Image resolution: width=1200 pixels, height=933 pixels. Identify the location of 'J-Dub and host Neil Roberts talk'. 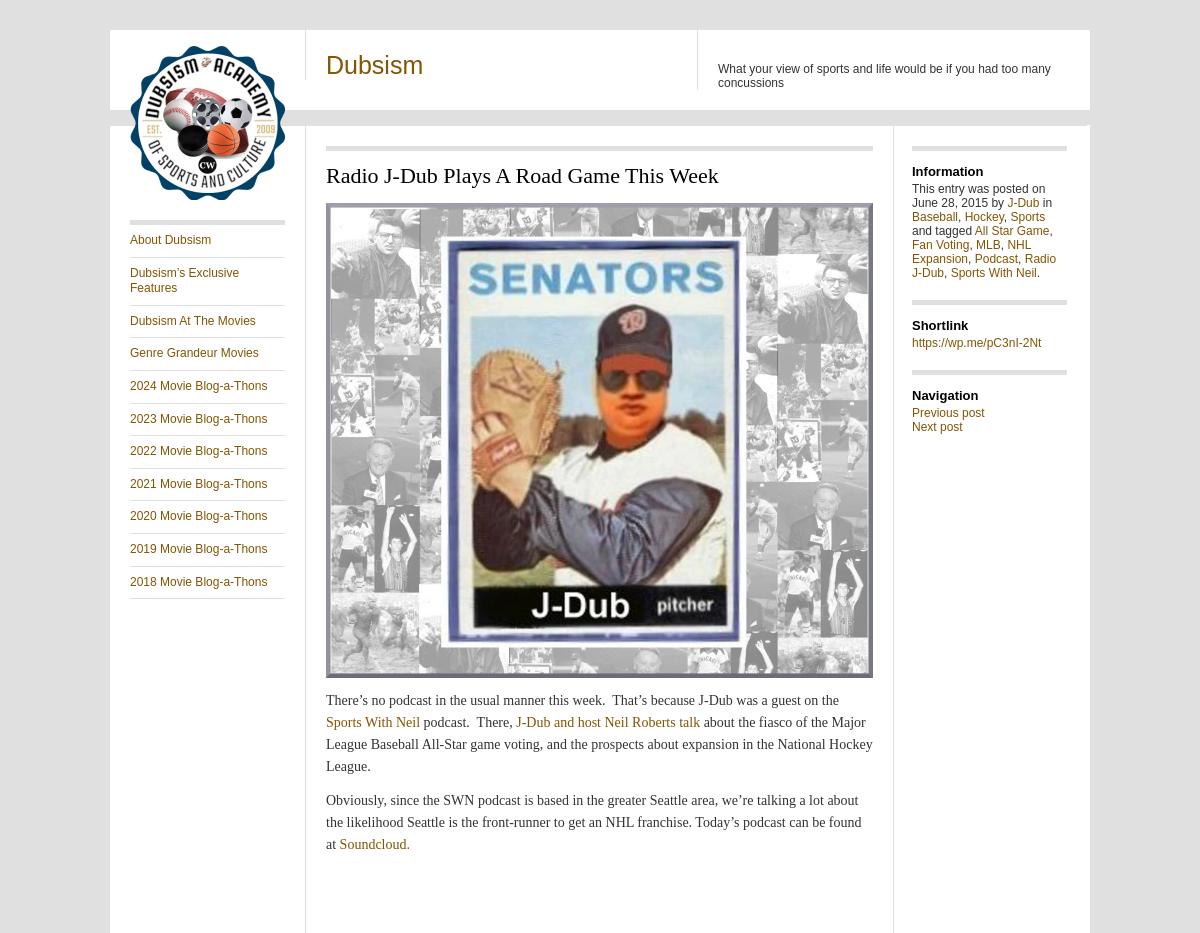
(608, 722).